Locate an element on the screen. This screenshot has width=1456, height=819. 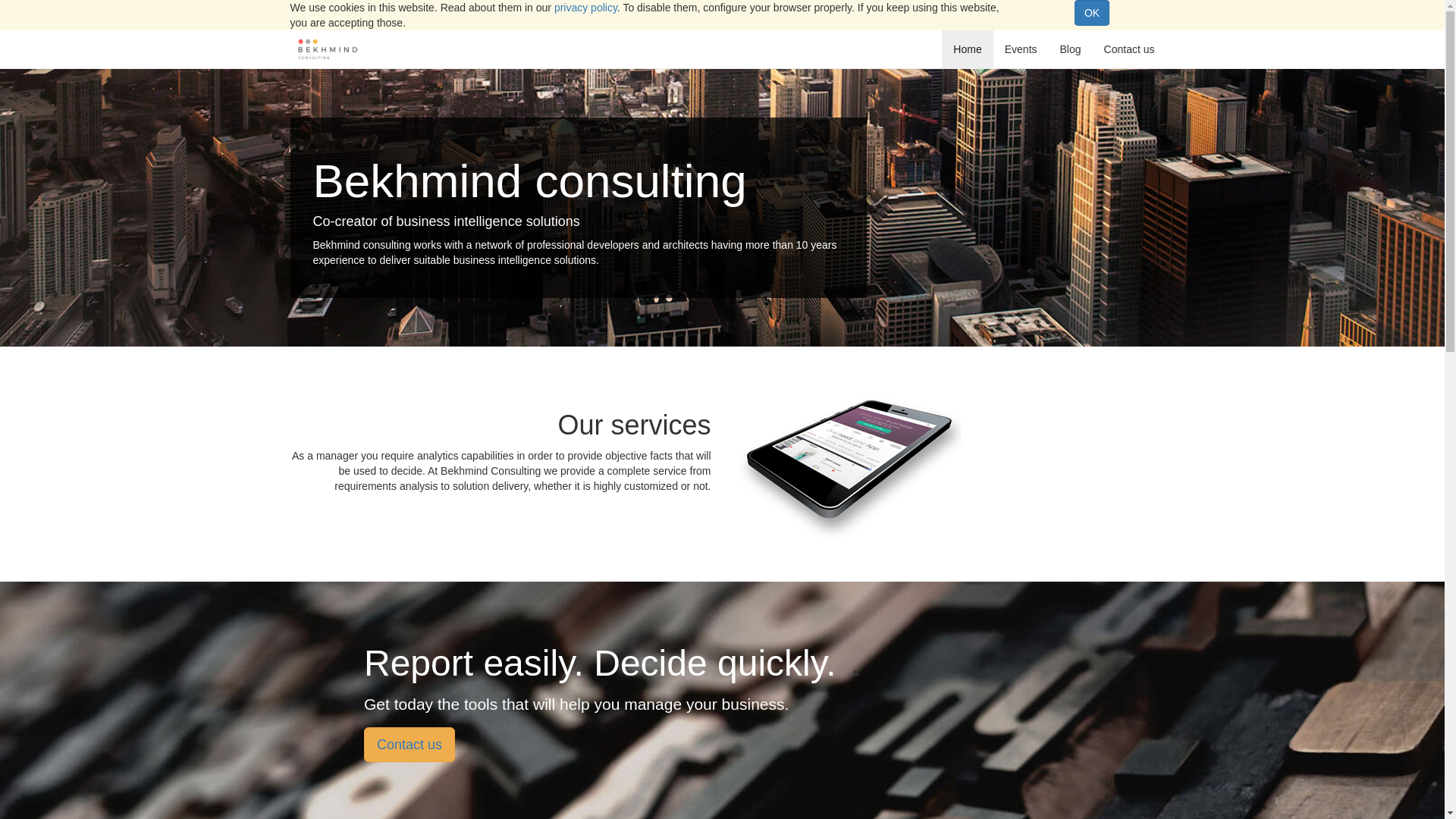
'Blog' is located at coordinates (1069, 49).